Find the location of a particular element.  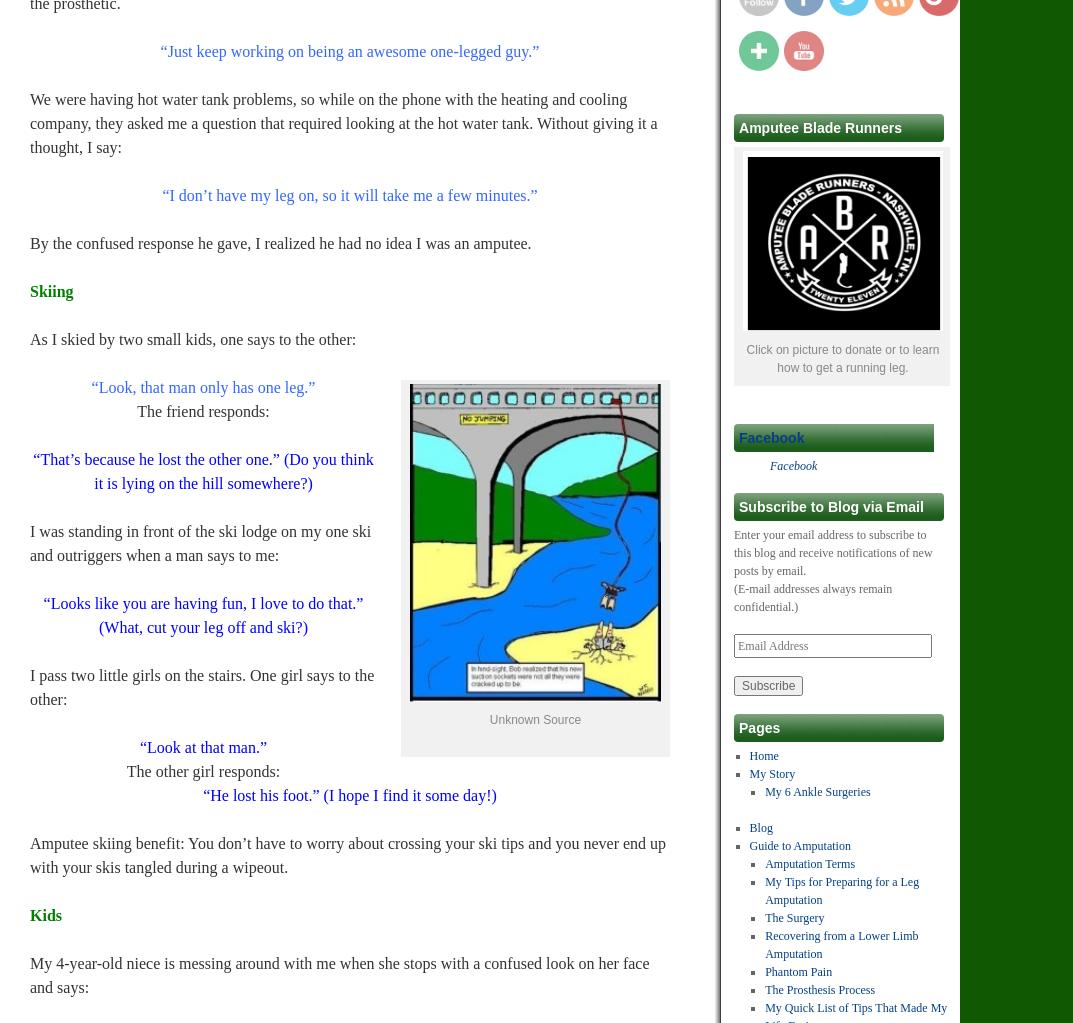

'Recovering from a Lower Limb Amputation' is located at coordinates (840, 945).